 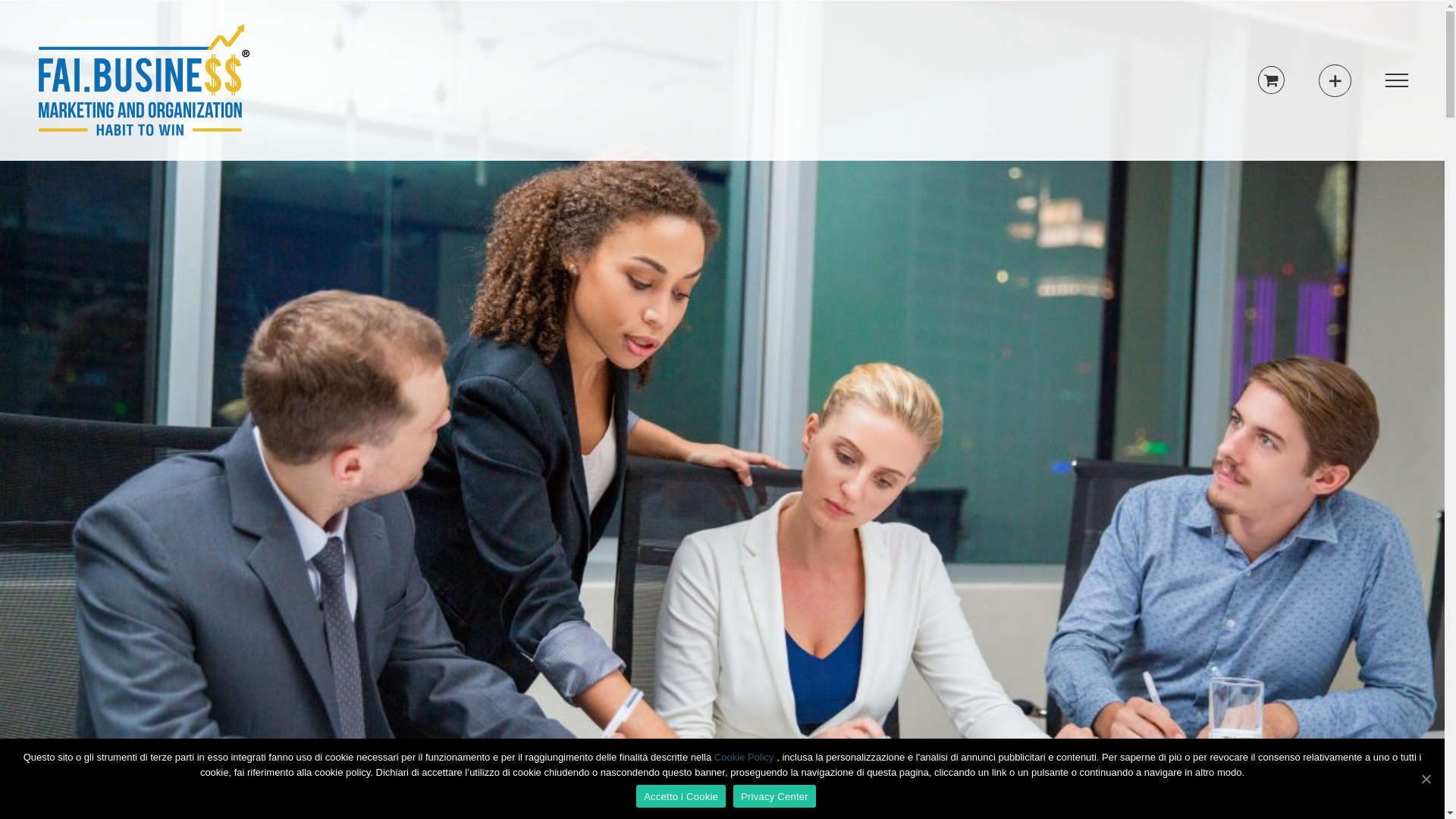 I want to click on 'Accetto i Cookie', so click(x=679, y=795).